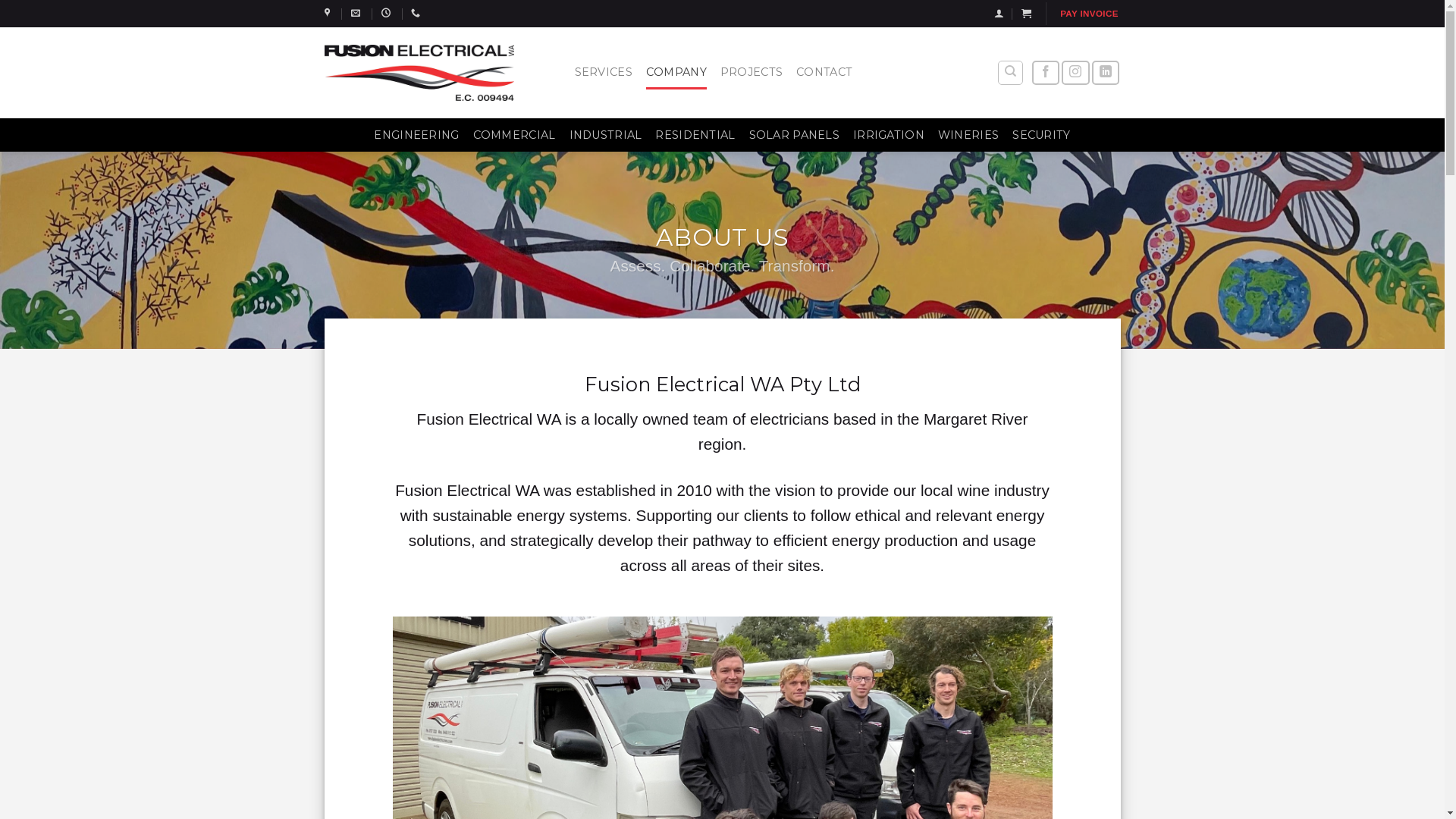  What do you see at coordinates (416, 133) in the screenshot?
I see `'ENGINEERING'` at bounding box center [416, 133].